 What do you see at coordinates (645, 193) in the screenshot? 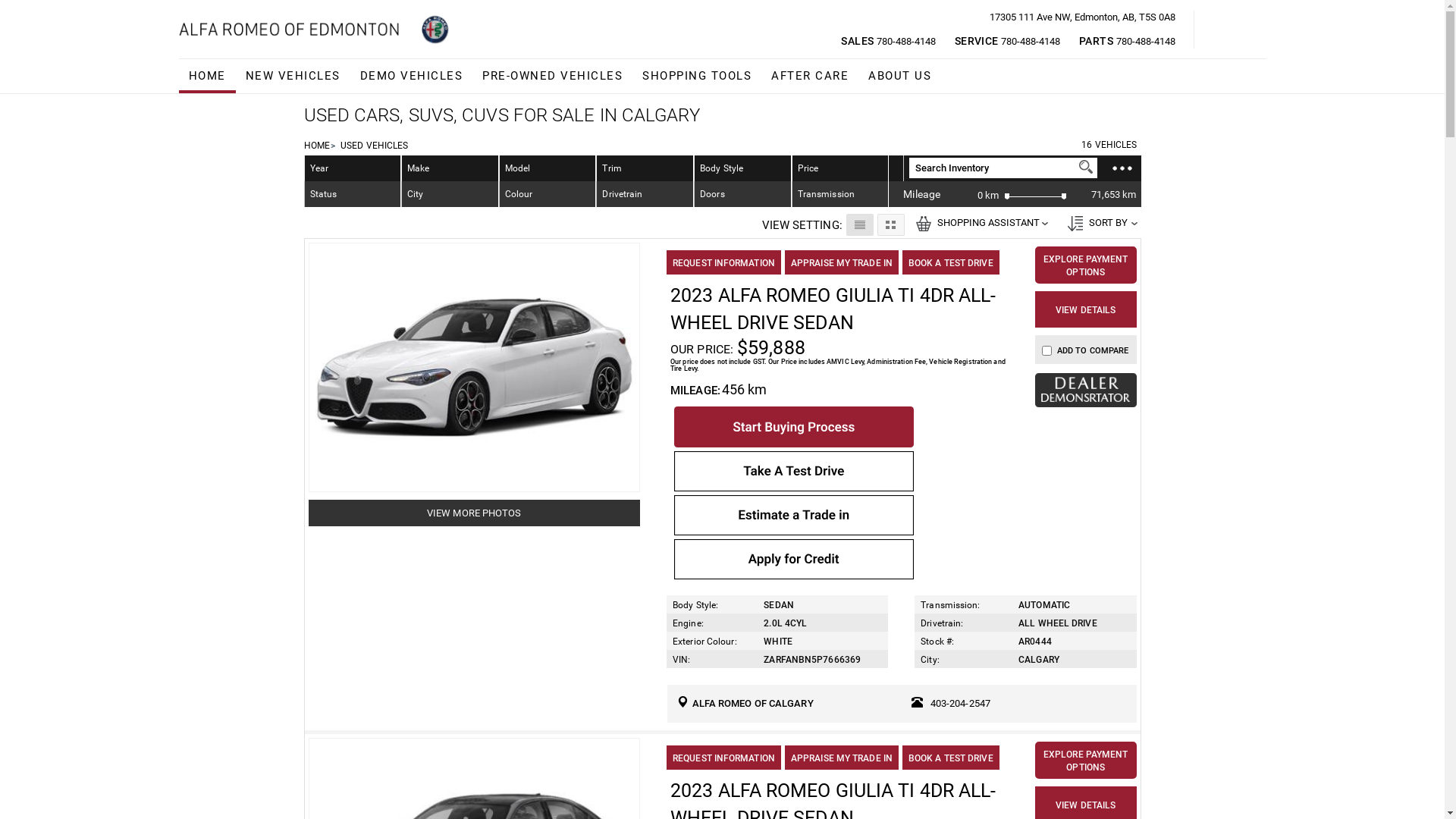
I see `'Drivetrain'` at bounding box center [645, 193].